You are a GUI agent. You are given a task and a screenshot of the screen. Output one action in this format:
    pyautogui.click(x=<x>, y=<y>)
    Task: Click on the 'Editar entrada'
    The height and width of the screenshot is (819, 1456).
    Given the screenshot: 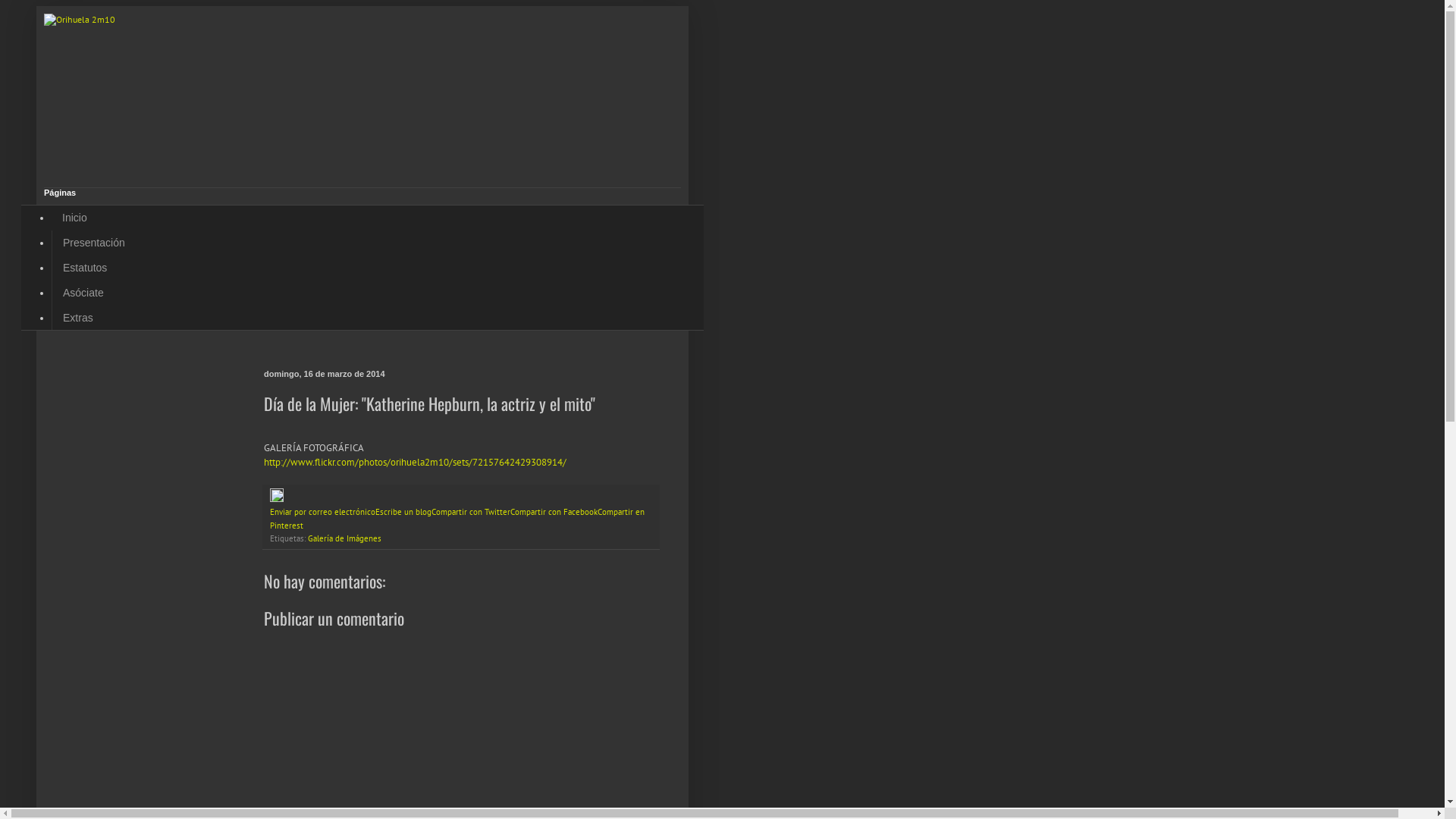 What is the action you would take?
    pyautogui.click(x=276, y=499)
    